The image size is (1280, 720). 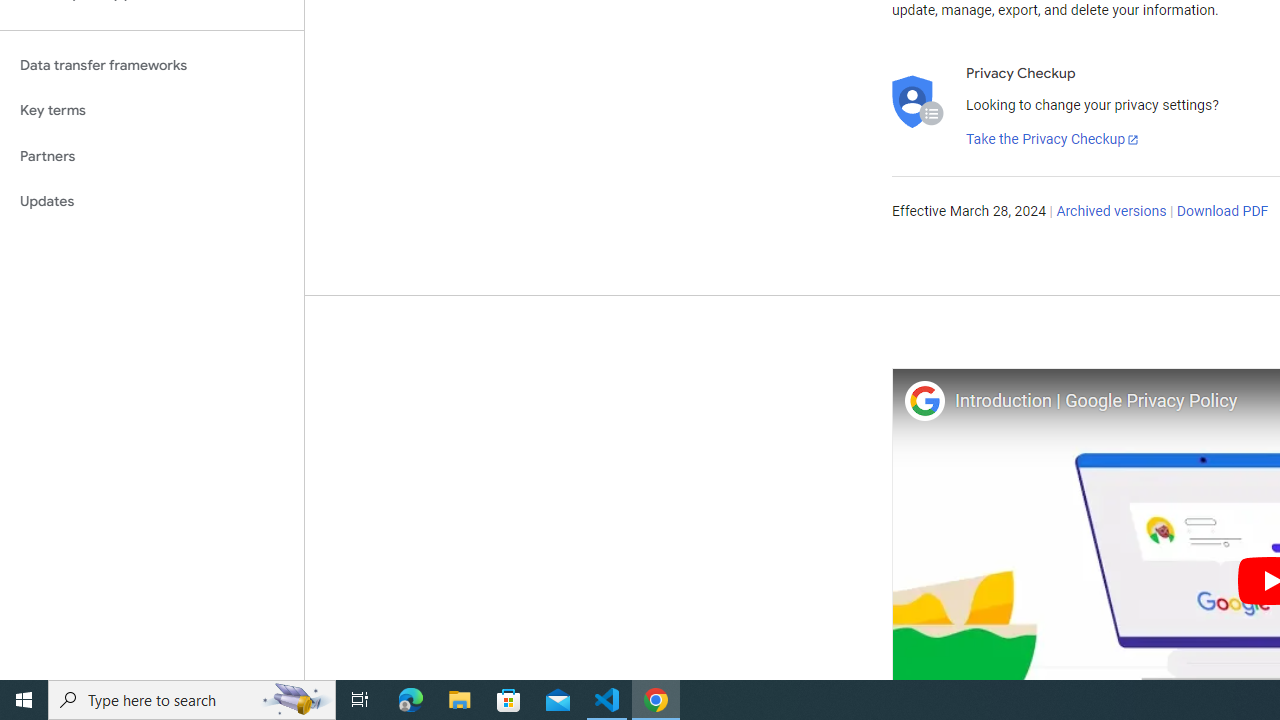 What do you see at coordinates (1052, 139) in the screenshot?
I see `'Take the Privacy Checkup'` at bounding box center [1052, 139].